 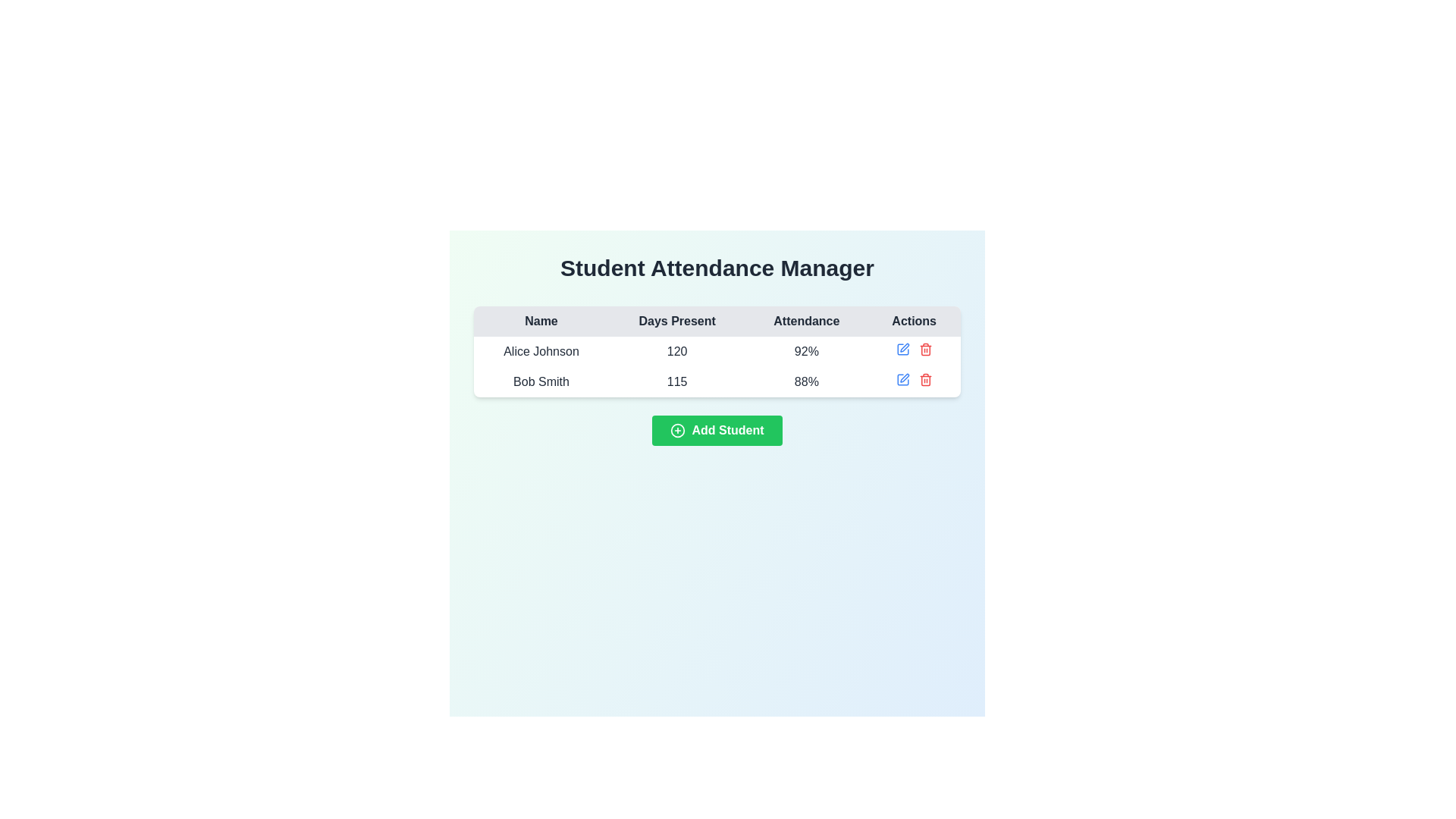 I want to click on the Header text, which indicates the page is dedicated to managing student attendance, located at the top of the interface, so click(x=716, y=268).